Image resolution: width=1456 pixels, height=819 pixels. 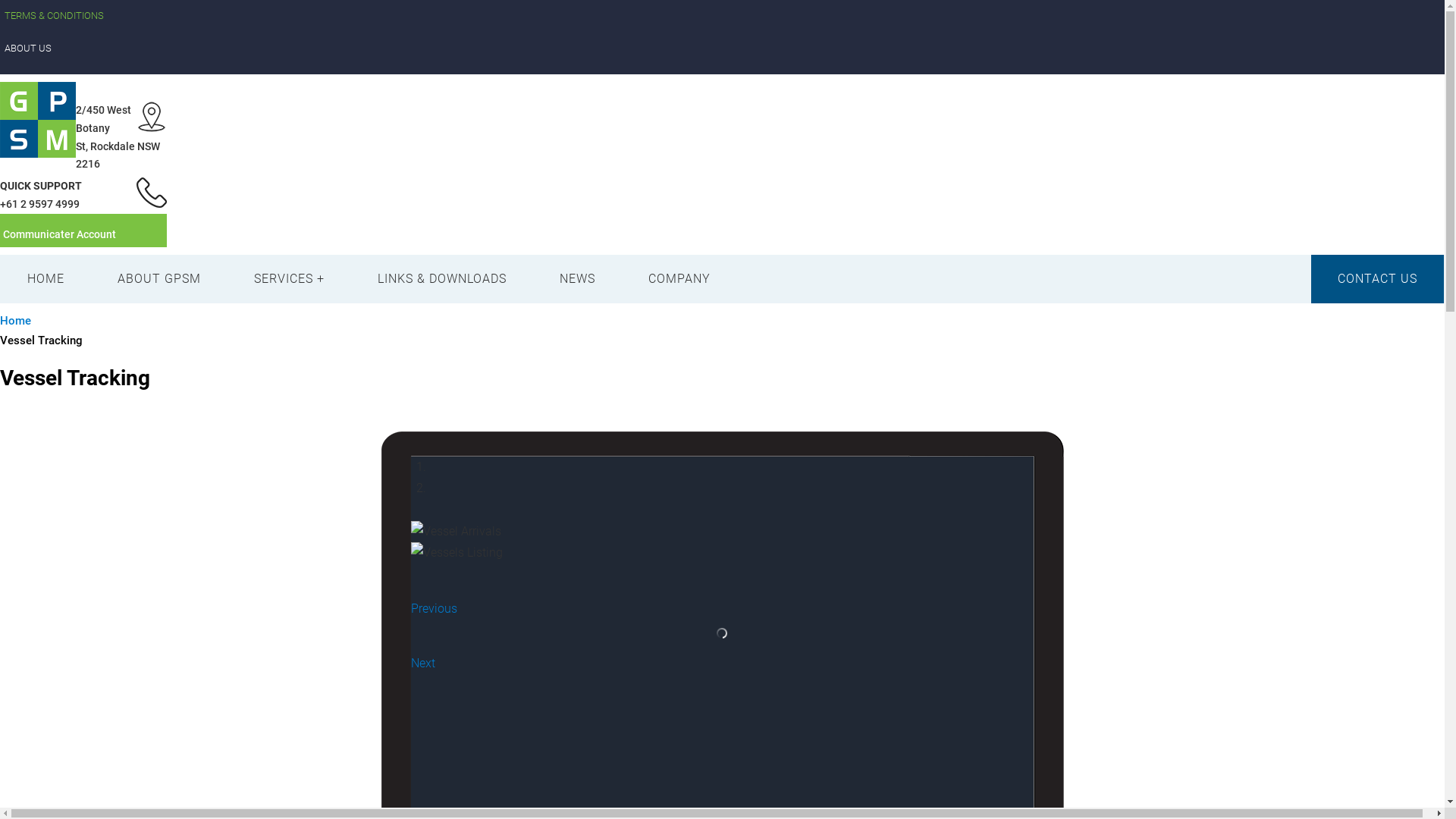 What do you see at coordinates (117, 136) in the screenshot?
I see `'2/450 West Botany` at bounding box center [117, 136].